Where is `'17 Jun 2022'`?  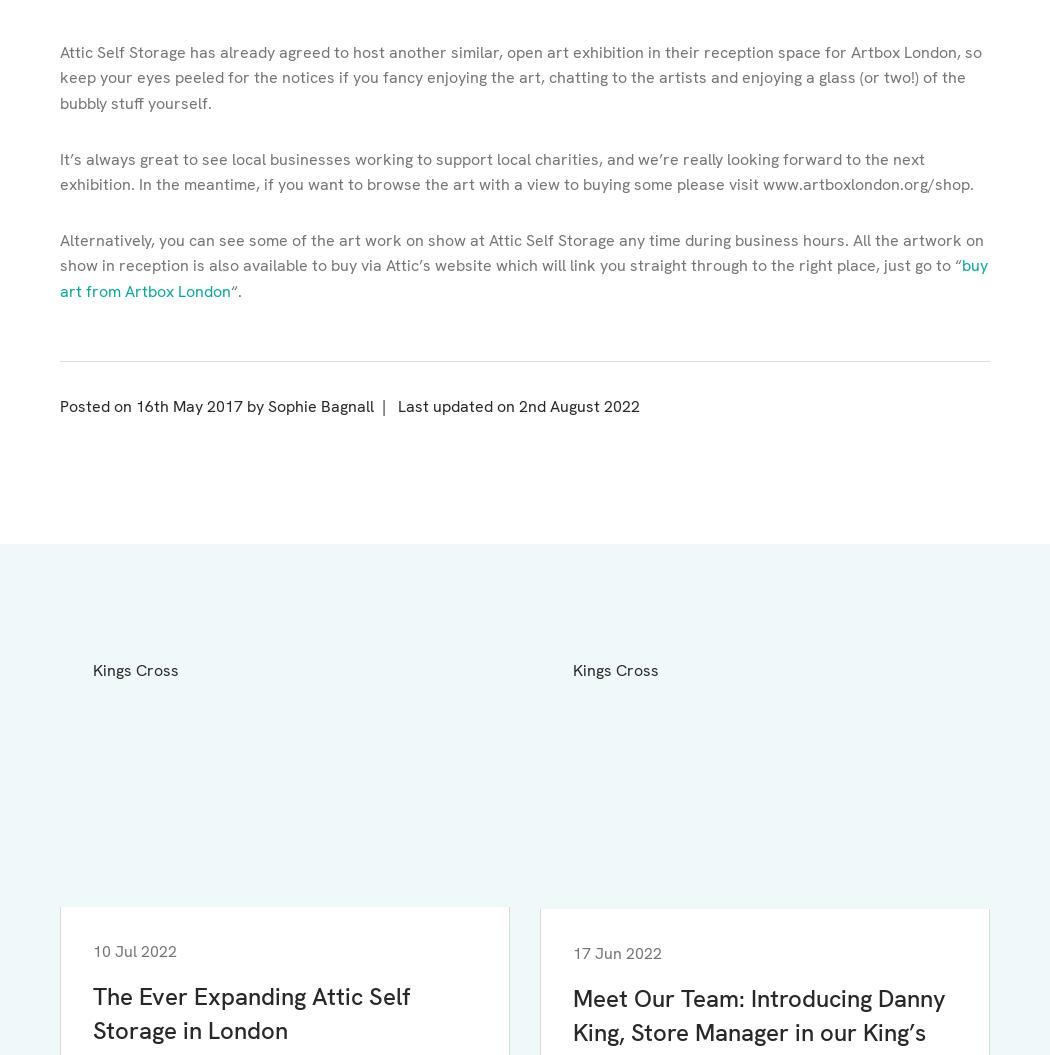 '17 Jun 2022' is located at coordinates (571, 952).